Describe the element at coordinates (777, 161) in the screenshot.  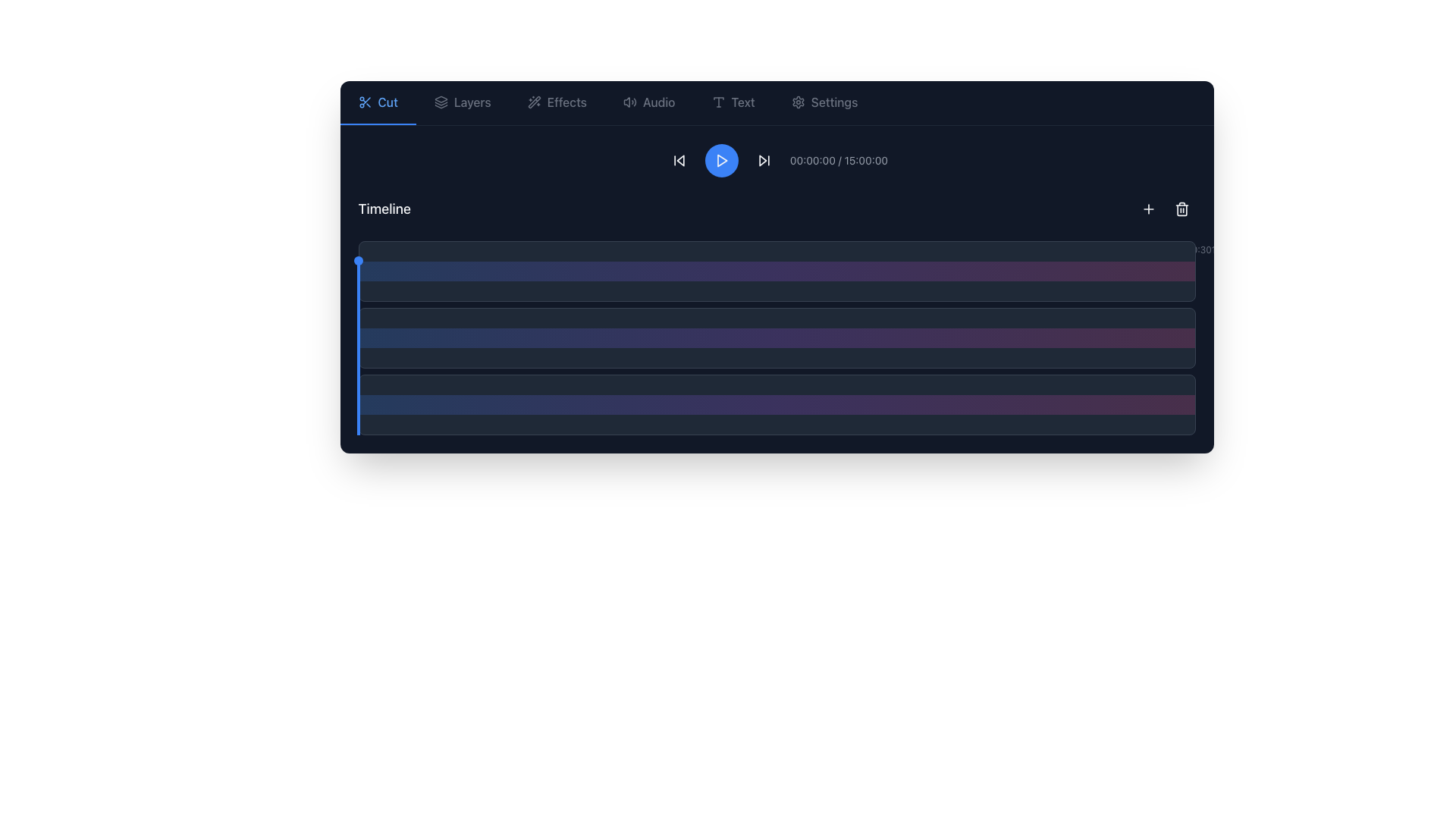
I see `the Text Display element that shows the playback progress, located centrally in the header bar to the right of the playback control button` at that location.